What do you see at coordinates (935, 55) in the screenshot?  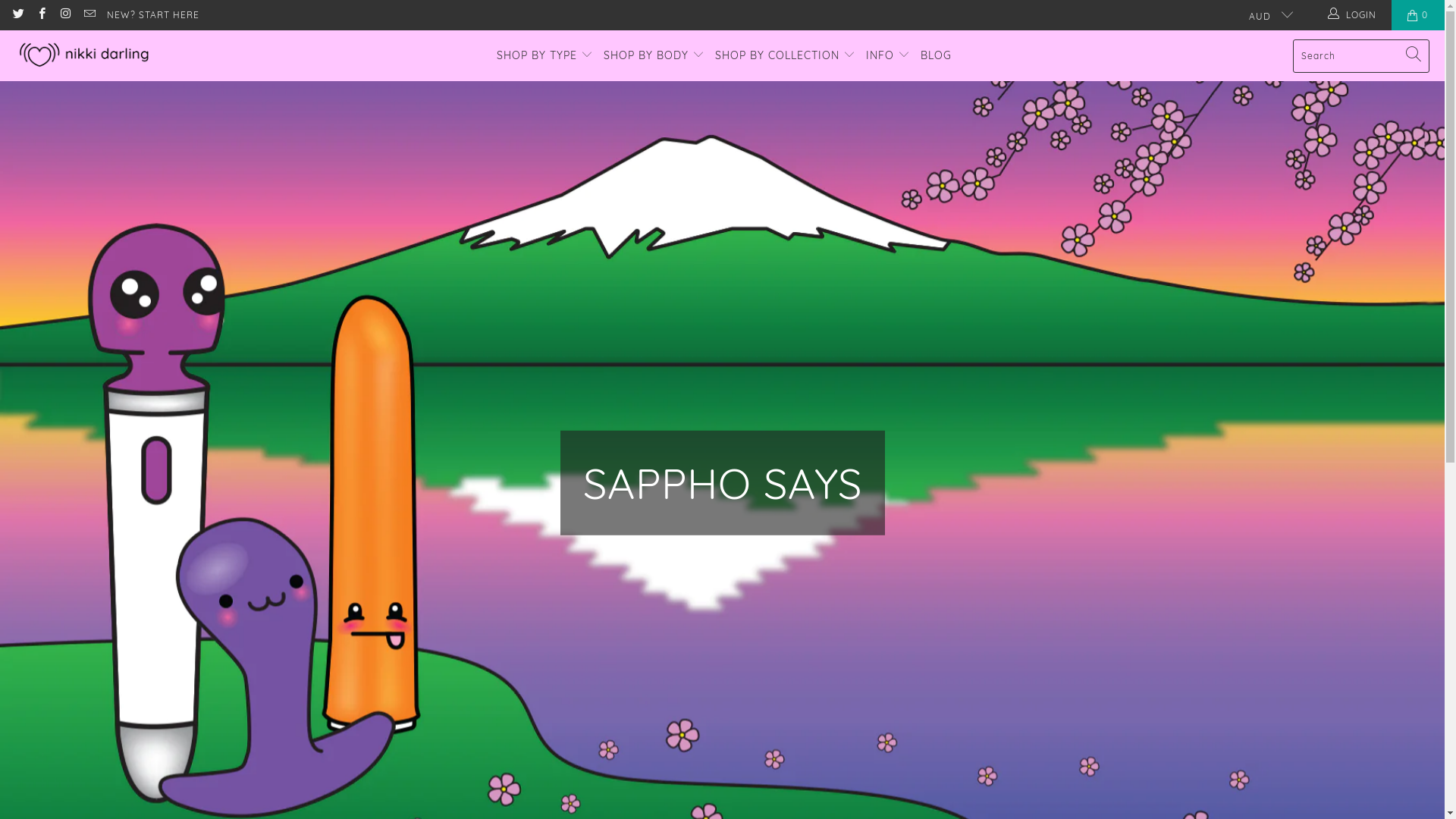 I see `'BLOG'` at bounding box center [935, 55].